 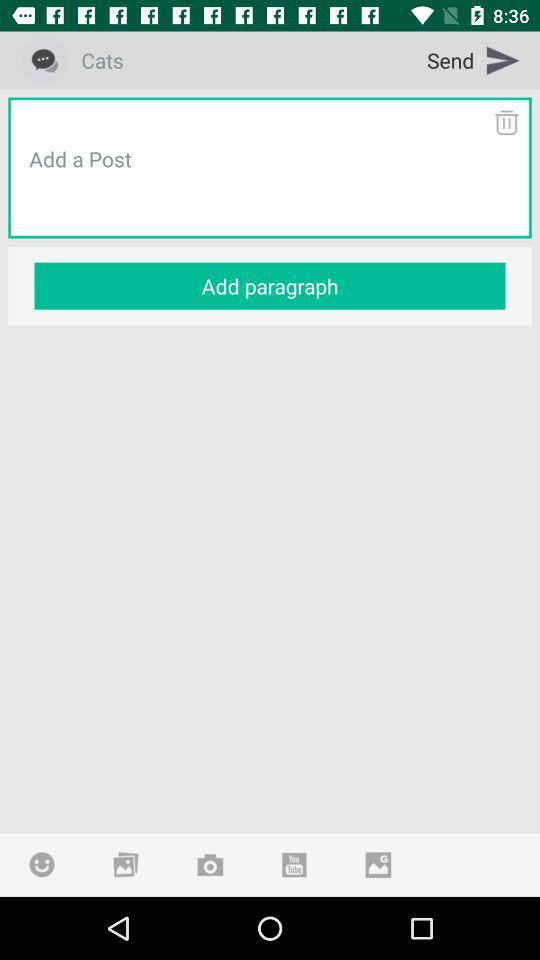 What do you see at coordinates (378, 863) in the screenshot?
I see `attach photo` at bounding box center [378, 863].